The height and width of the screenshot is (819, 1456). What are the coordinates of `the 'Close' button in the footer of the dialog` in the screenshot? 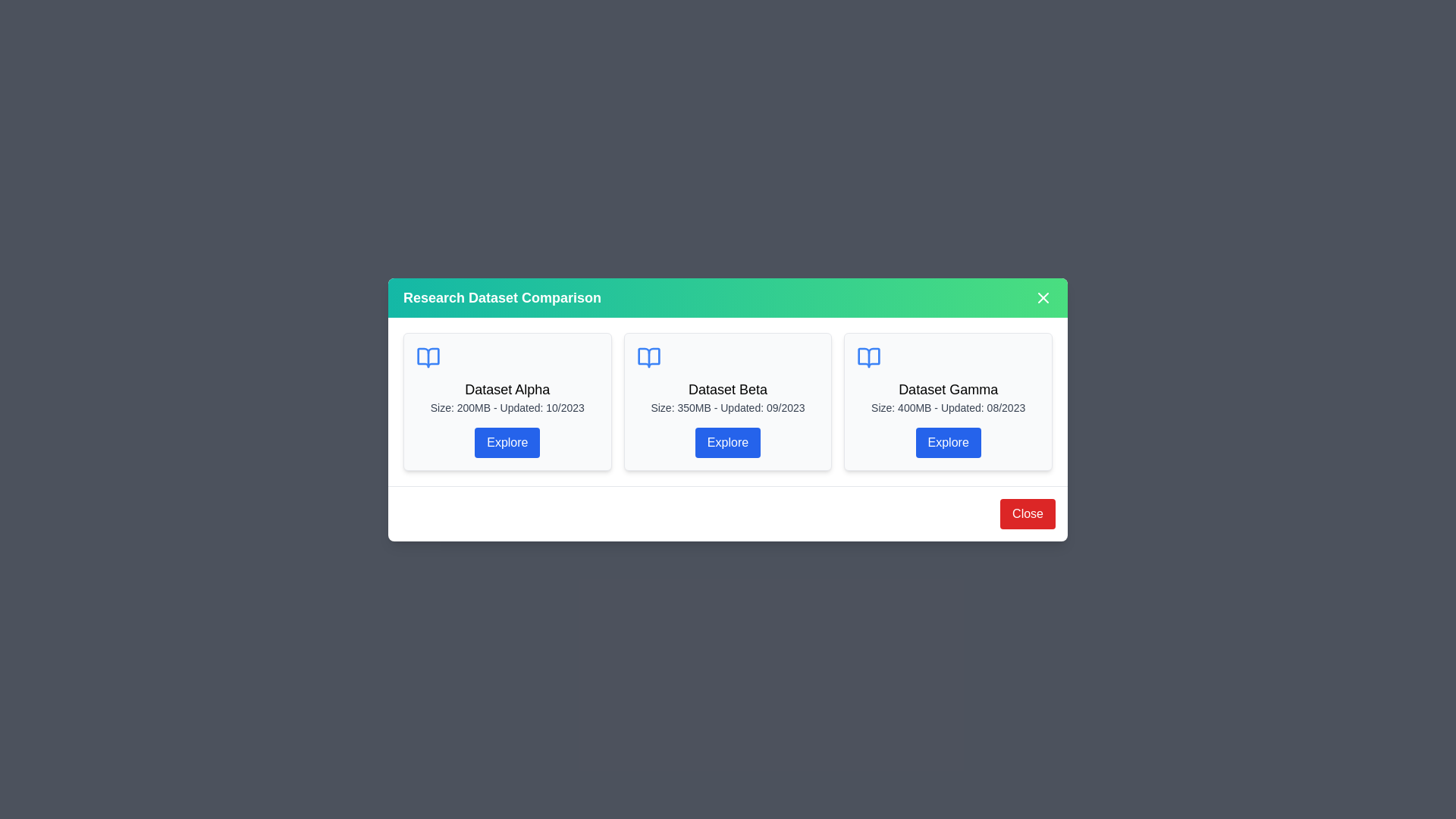 It's located at (1028, 513).